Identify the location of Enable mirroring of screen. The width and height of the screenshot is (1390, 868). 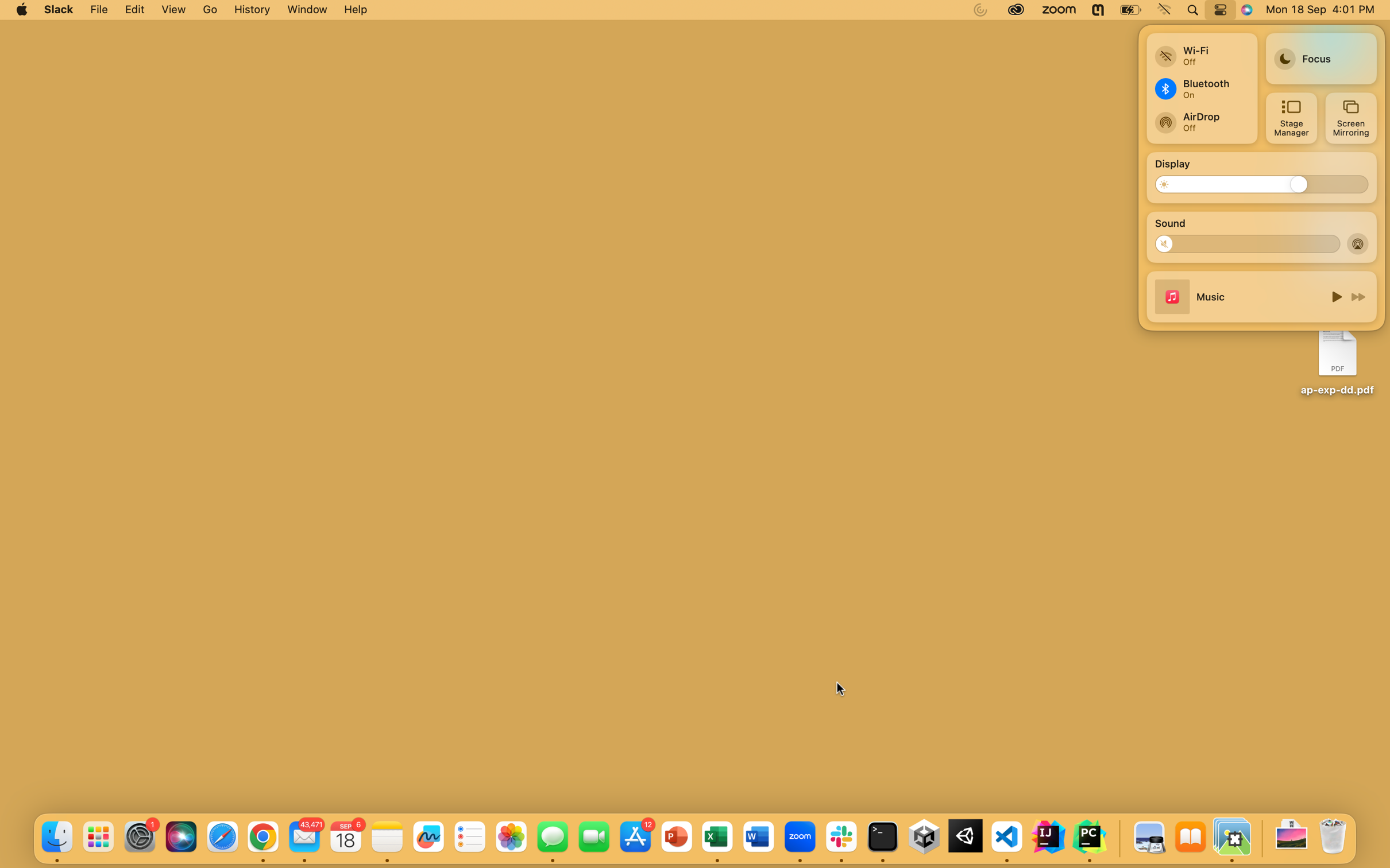
(1349, 118).